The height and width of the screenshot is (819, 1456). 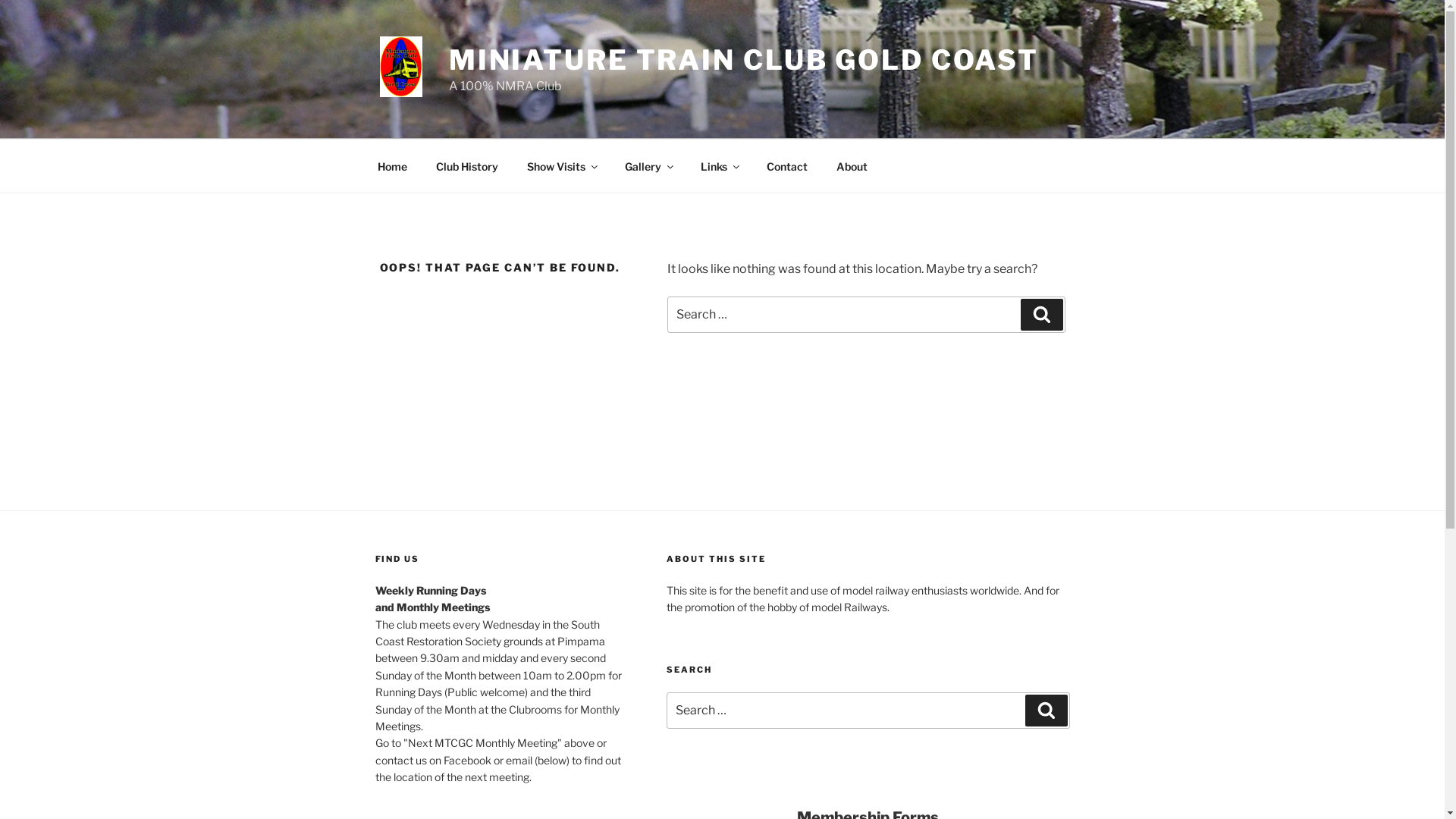 What do you see at coordinates (560, 165) in the screenshot?
I see `'Show Visits'` at bounding box center [560, 165].